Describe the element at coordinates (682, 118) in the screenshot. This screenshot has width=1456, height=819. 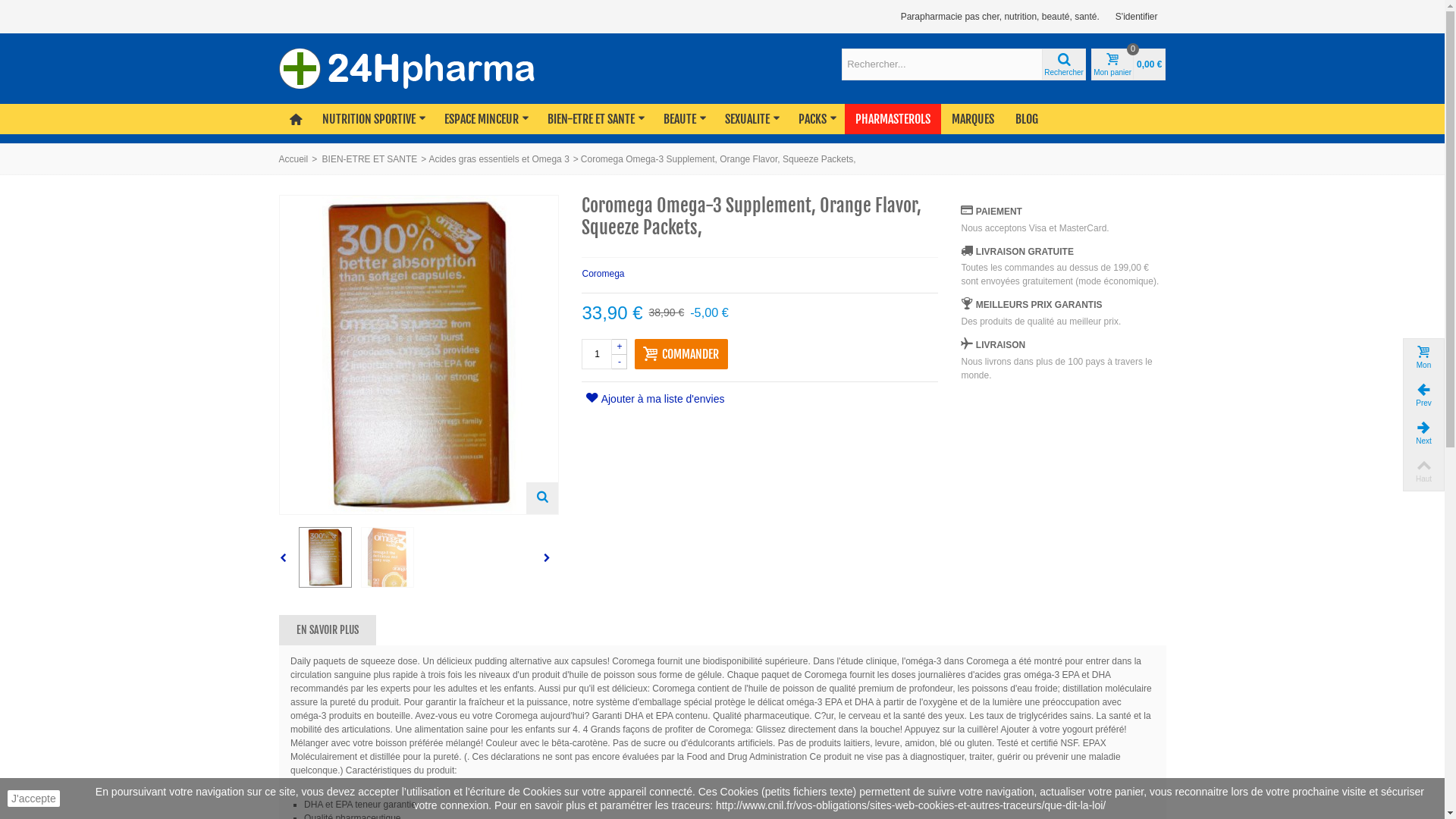
I see `'BEAUTE'` at that location.